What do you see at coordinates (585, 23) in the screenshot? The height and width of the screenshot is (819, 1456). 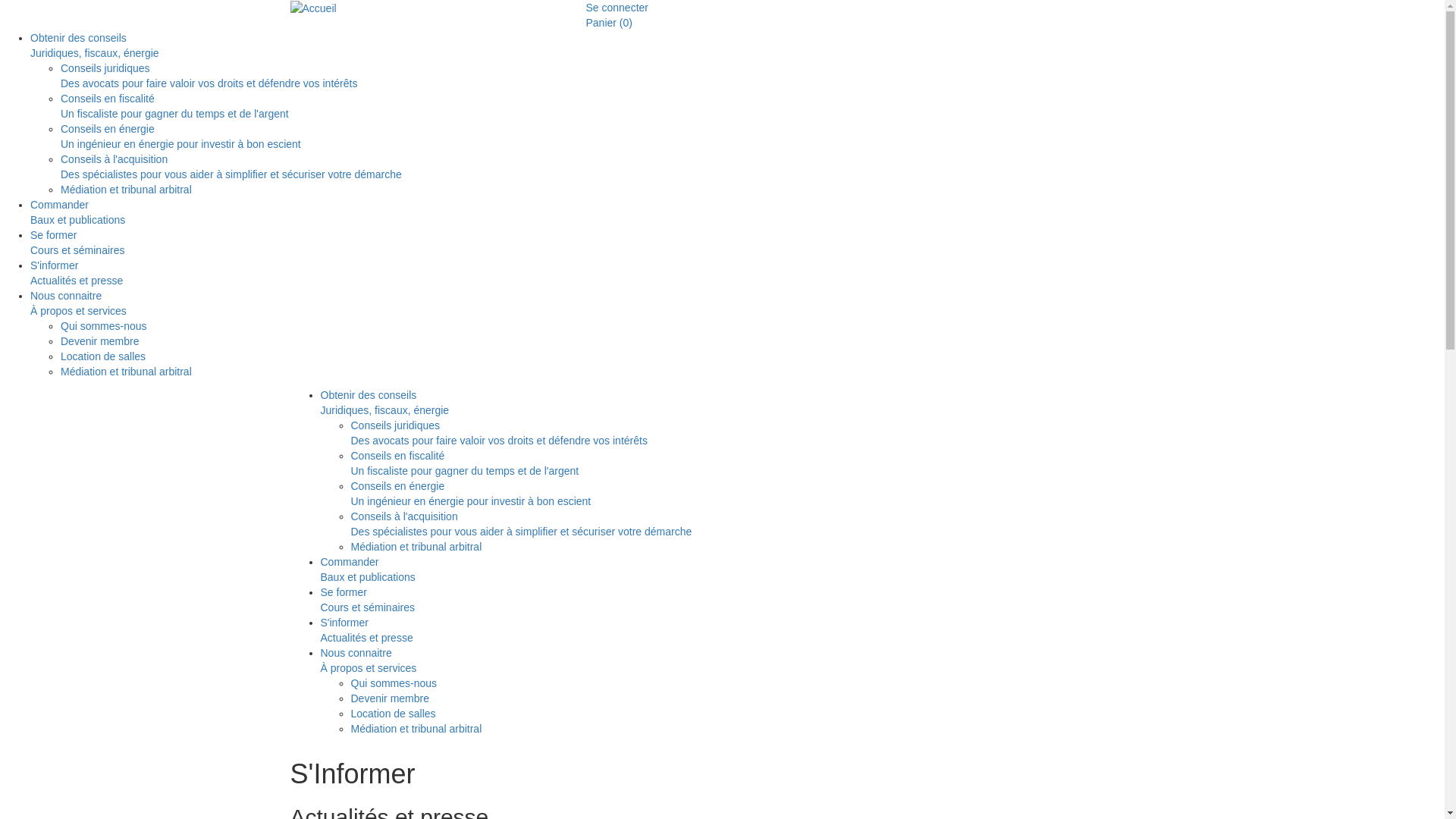 I see `'Panier (0)'` at bounding box center [585, 23].